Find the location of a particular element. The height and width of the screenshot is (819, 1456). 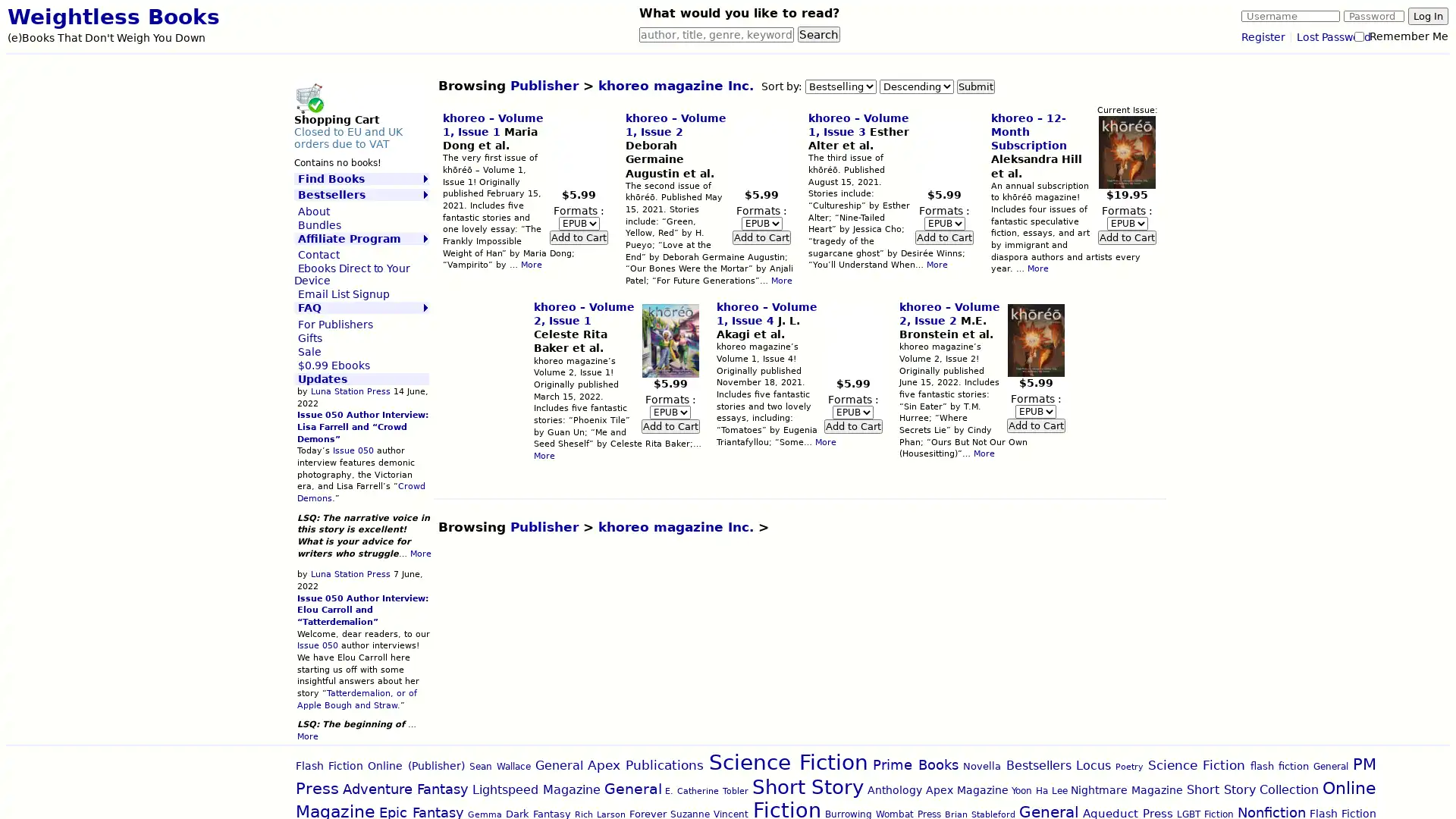

Add to Cart is located at coordinates (1127, 237).